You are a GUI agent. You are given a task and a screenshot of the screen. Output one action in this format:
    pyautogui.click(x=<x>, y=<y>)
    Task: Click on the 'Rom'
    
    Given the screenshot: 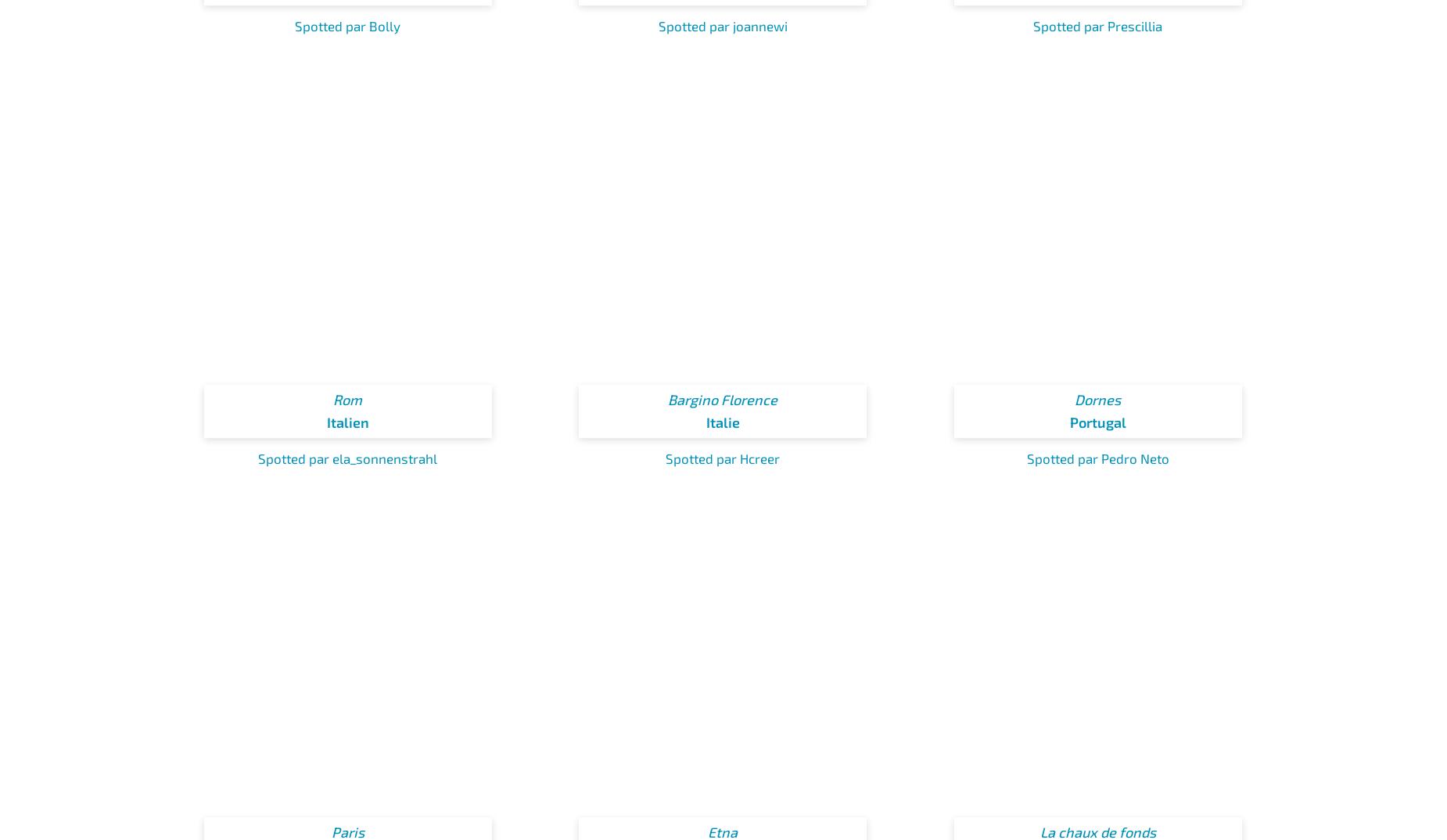 What is the action you would take?
    pyautogui.click(x=346, y=400)
    